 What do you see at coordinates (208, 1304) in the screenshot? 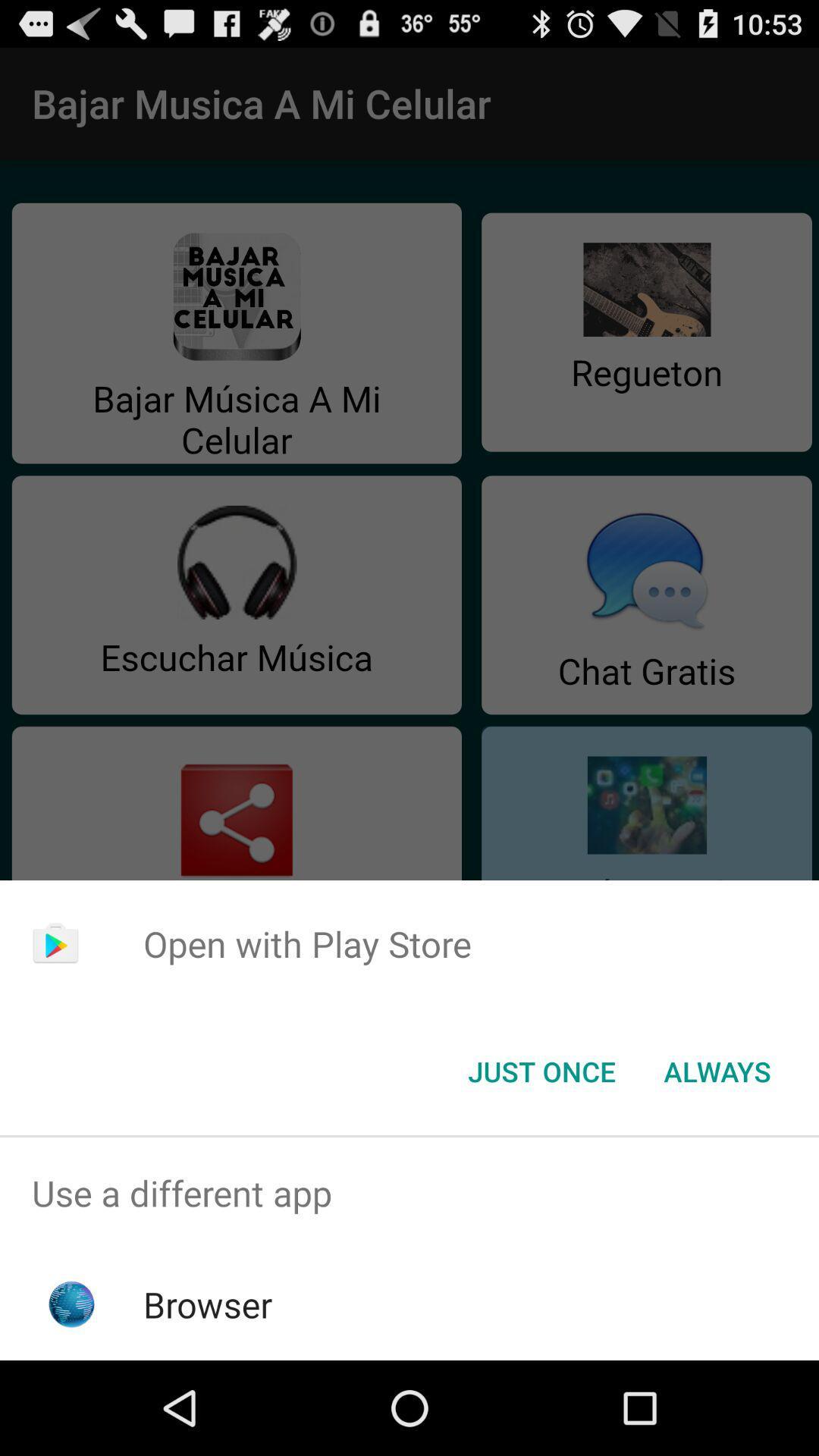
I see `browser app` at bounding box center [208, 1304].